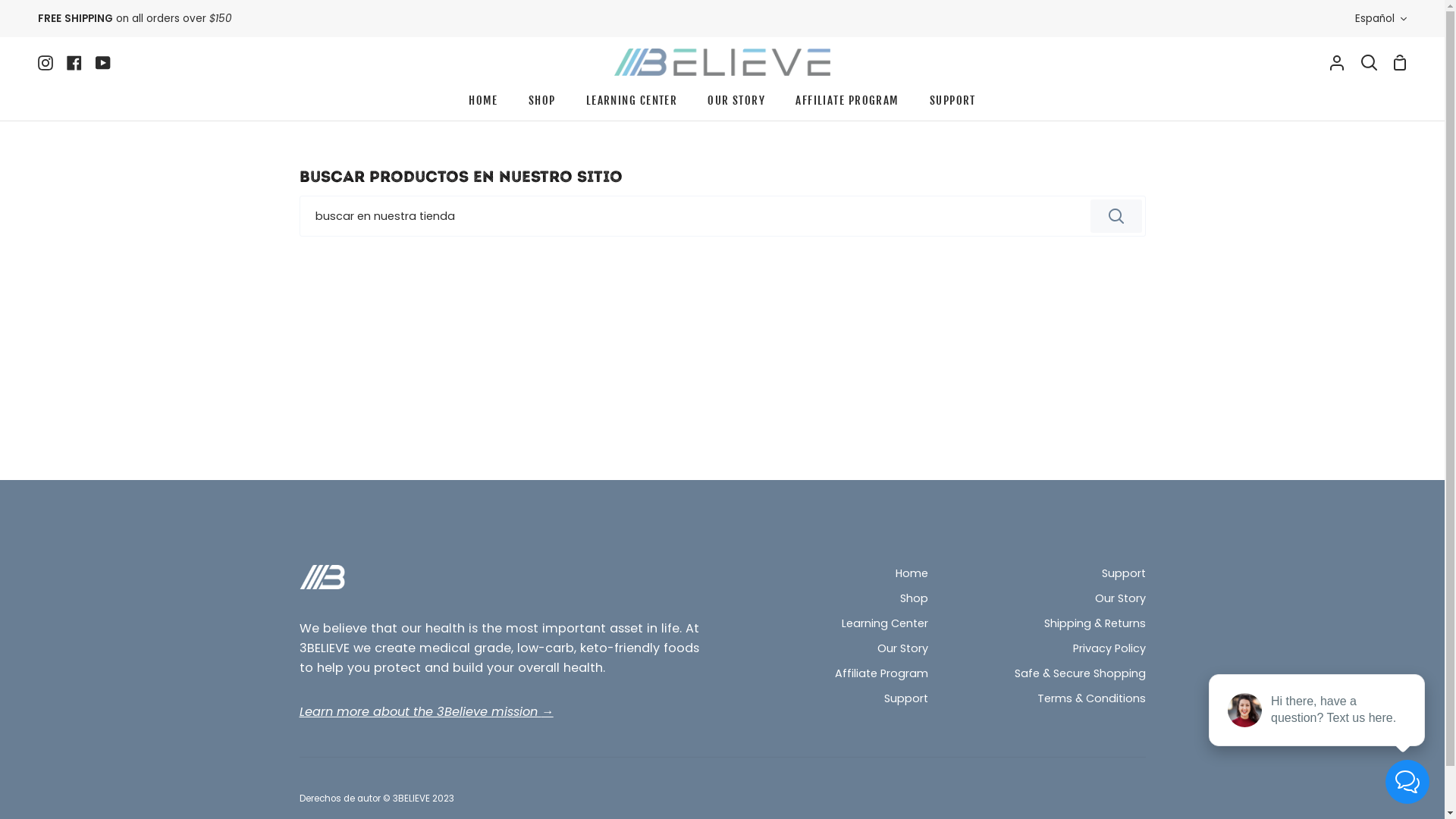 The width and height of the screenshot is (1456, 819). I want to click on 'Shop', so click(912, 598).